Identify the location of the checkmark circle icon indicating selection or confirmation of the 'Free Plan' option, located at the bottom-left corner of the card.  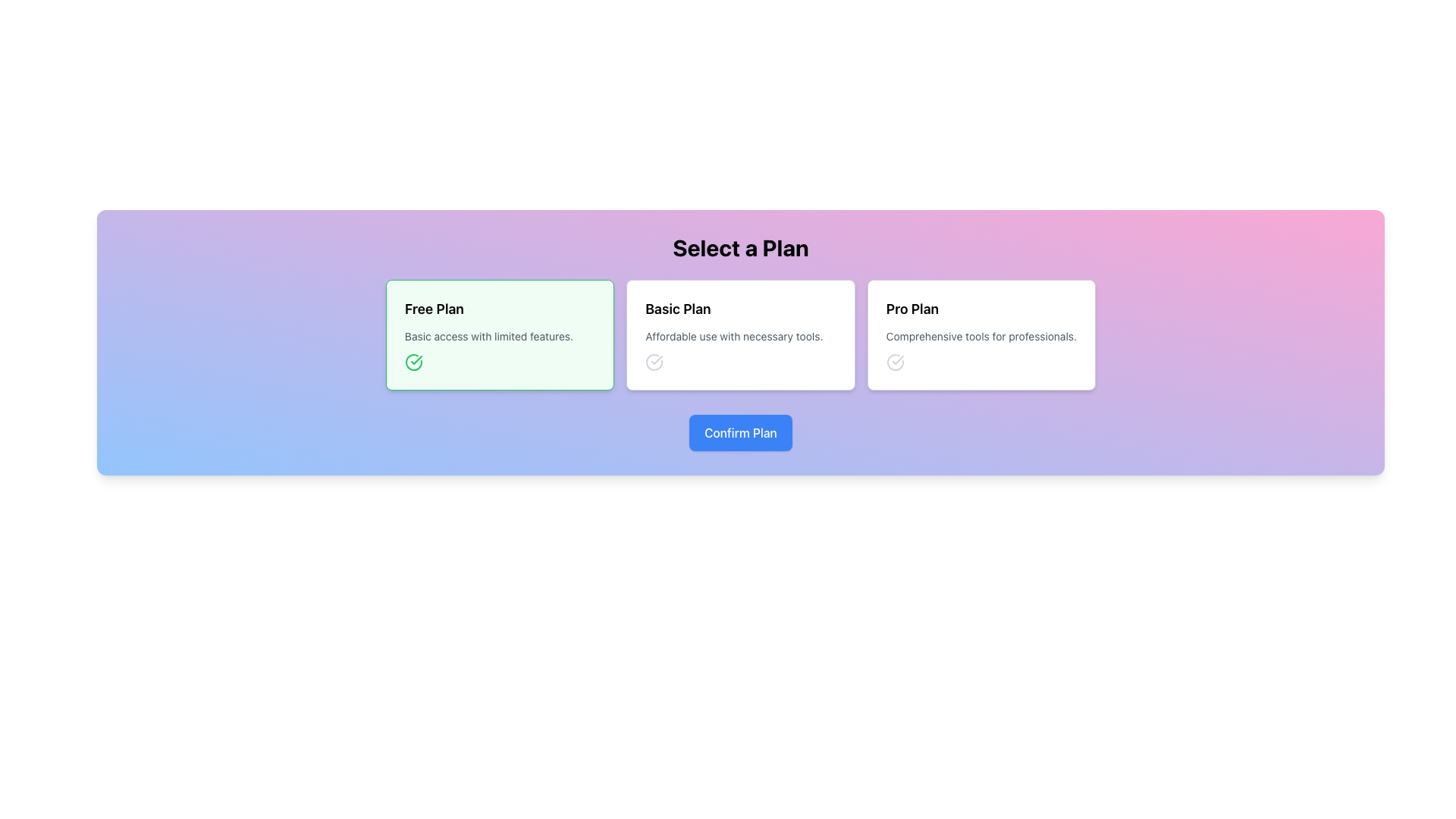
(413, 362).